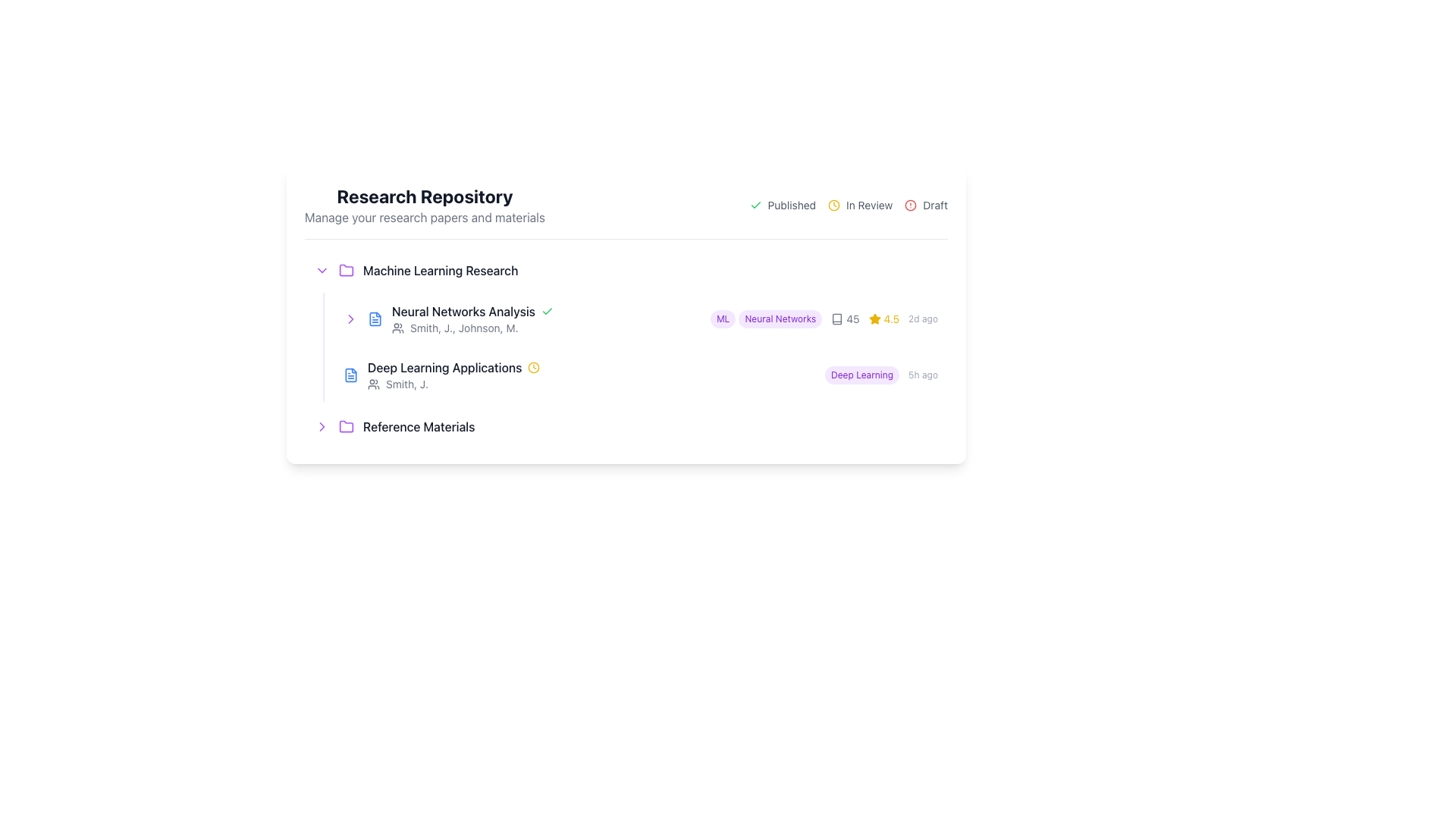 The height and width of the screenshot is (819, 1456). What do you see at coordinates (824, 318) in the screenshot?
I see `icons located to the right of the 'Neural Networks Analysis' row, which is part of a composite UI component containing badges, icons, and text labels` at bounding box center [824, 318].